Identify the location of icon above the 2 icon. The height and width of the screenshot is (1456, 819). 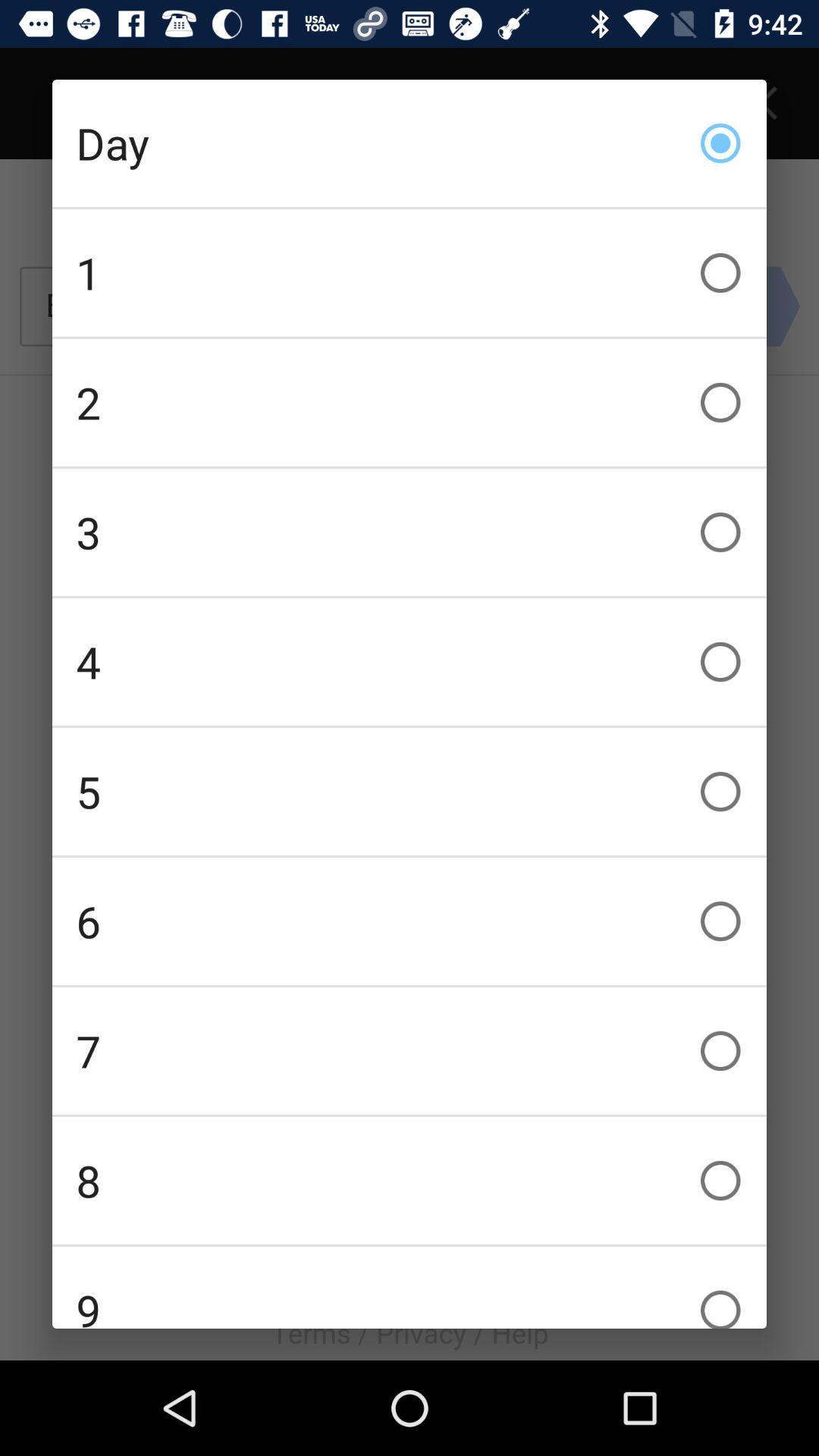
(409, 273).